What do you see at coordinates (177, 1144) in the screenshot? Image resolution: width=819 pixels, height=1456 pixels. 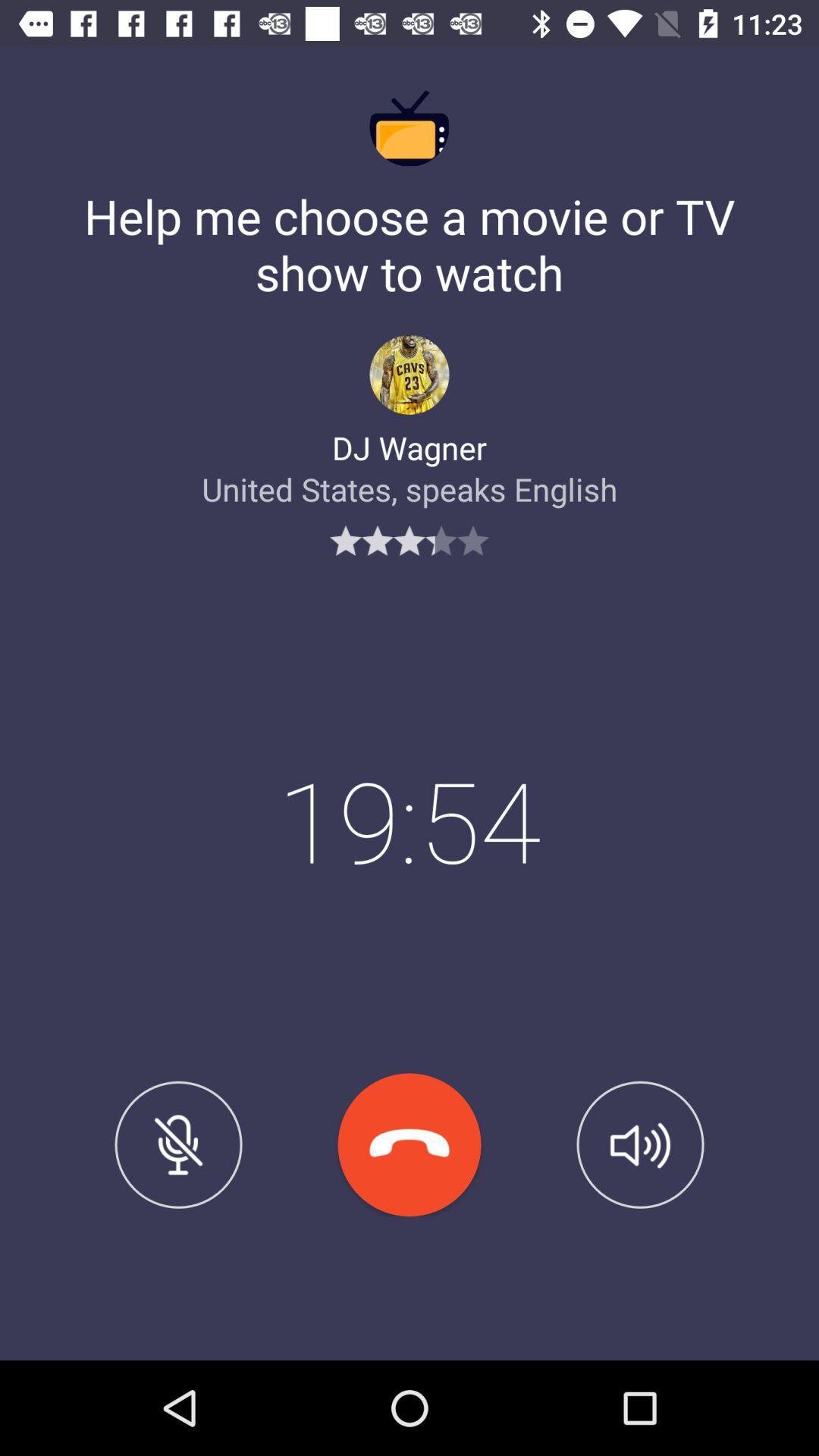 I see `mute option` at bounding box center [177, 1144].